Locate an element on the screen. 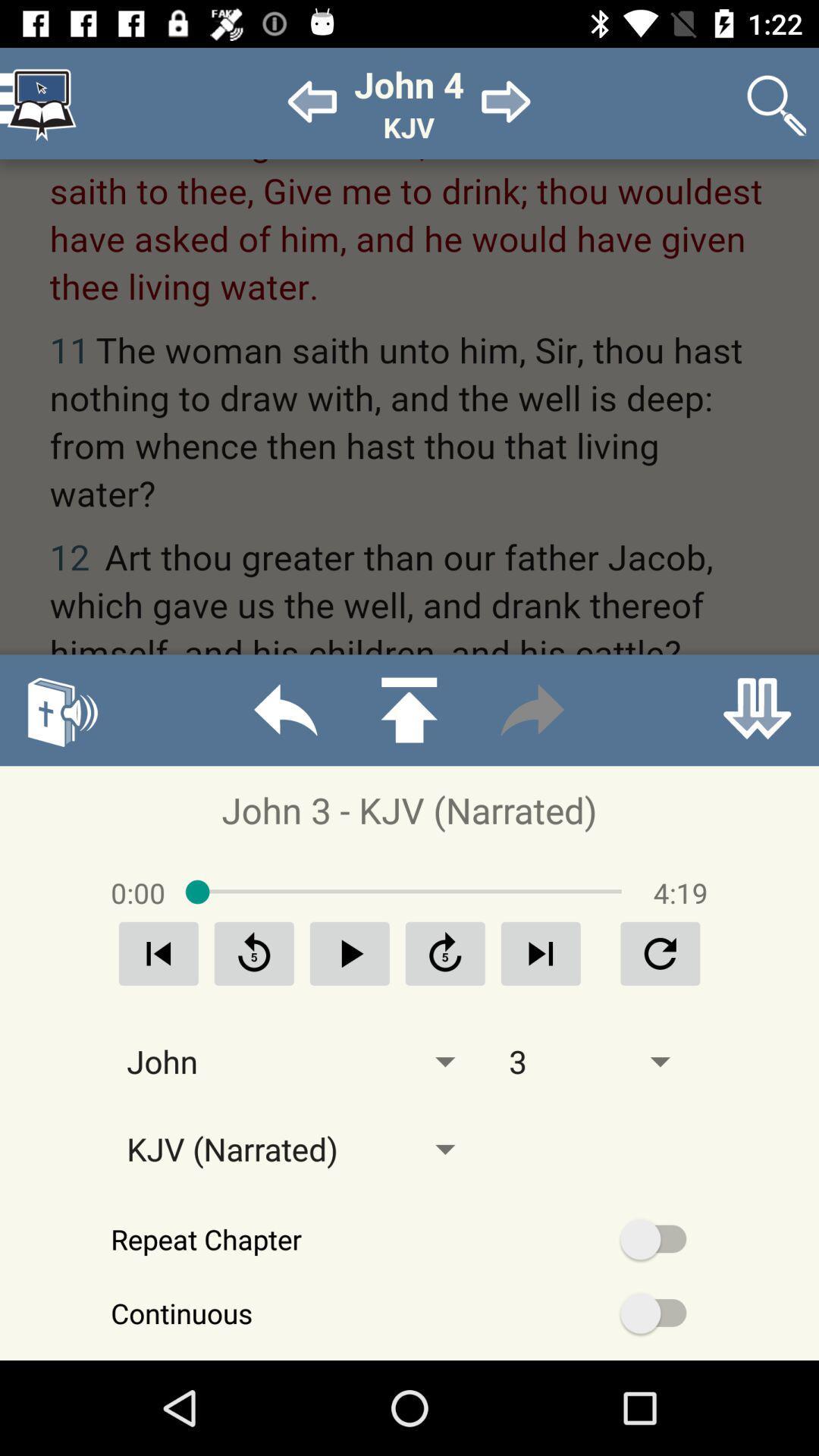 This screenshot has height=1456, width=819. upload option is located at coordinates (408, 709).